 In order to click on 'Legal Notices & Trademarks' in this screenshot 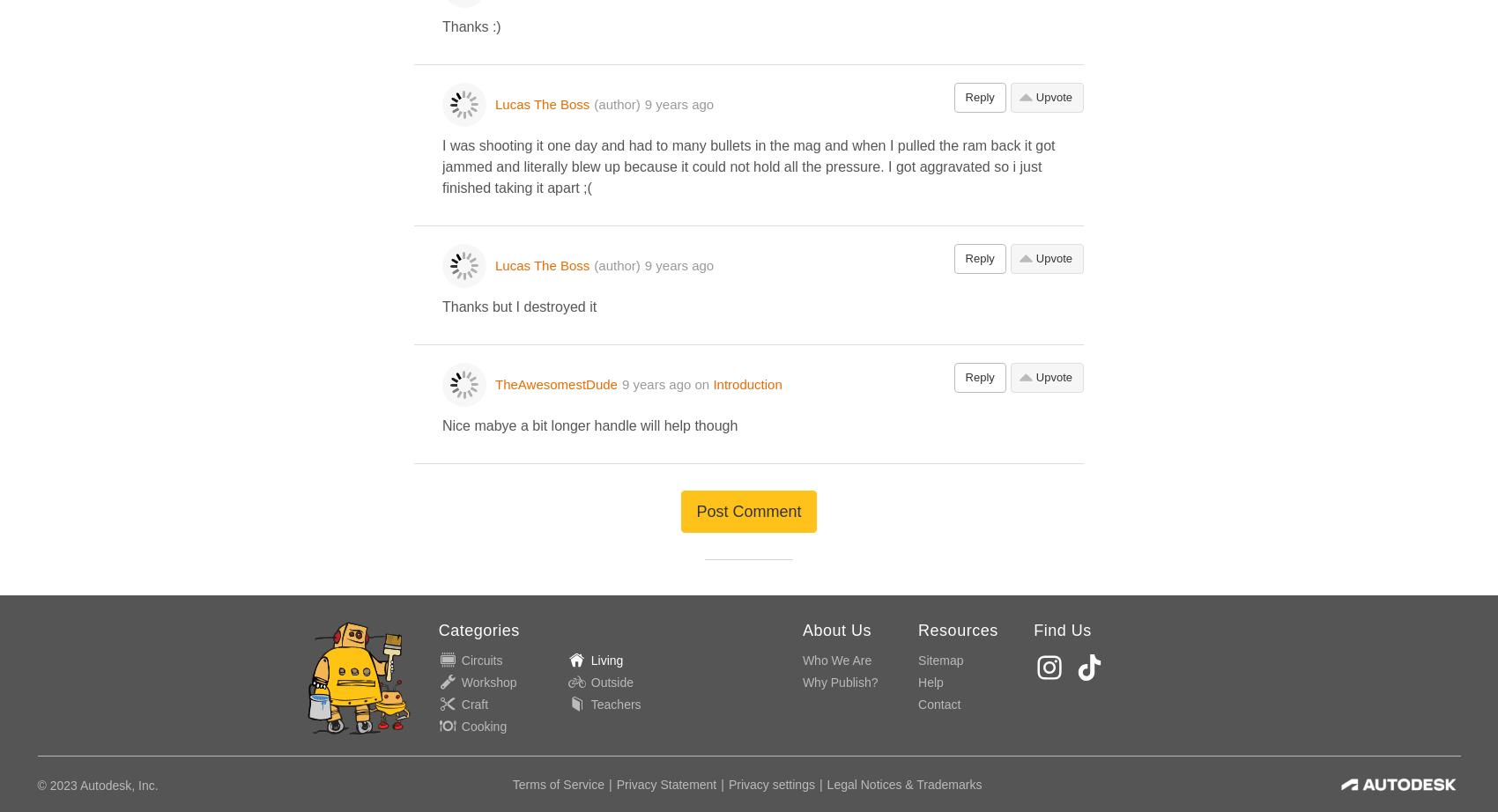, I will do `click(902, 784)`.